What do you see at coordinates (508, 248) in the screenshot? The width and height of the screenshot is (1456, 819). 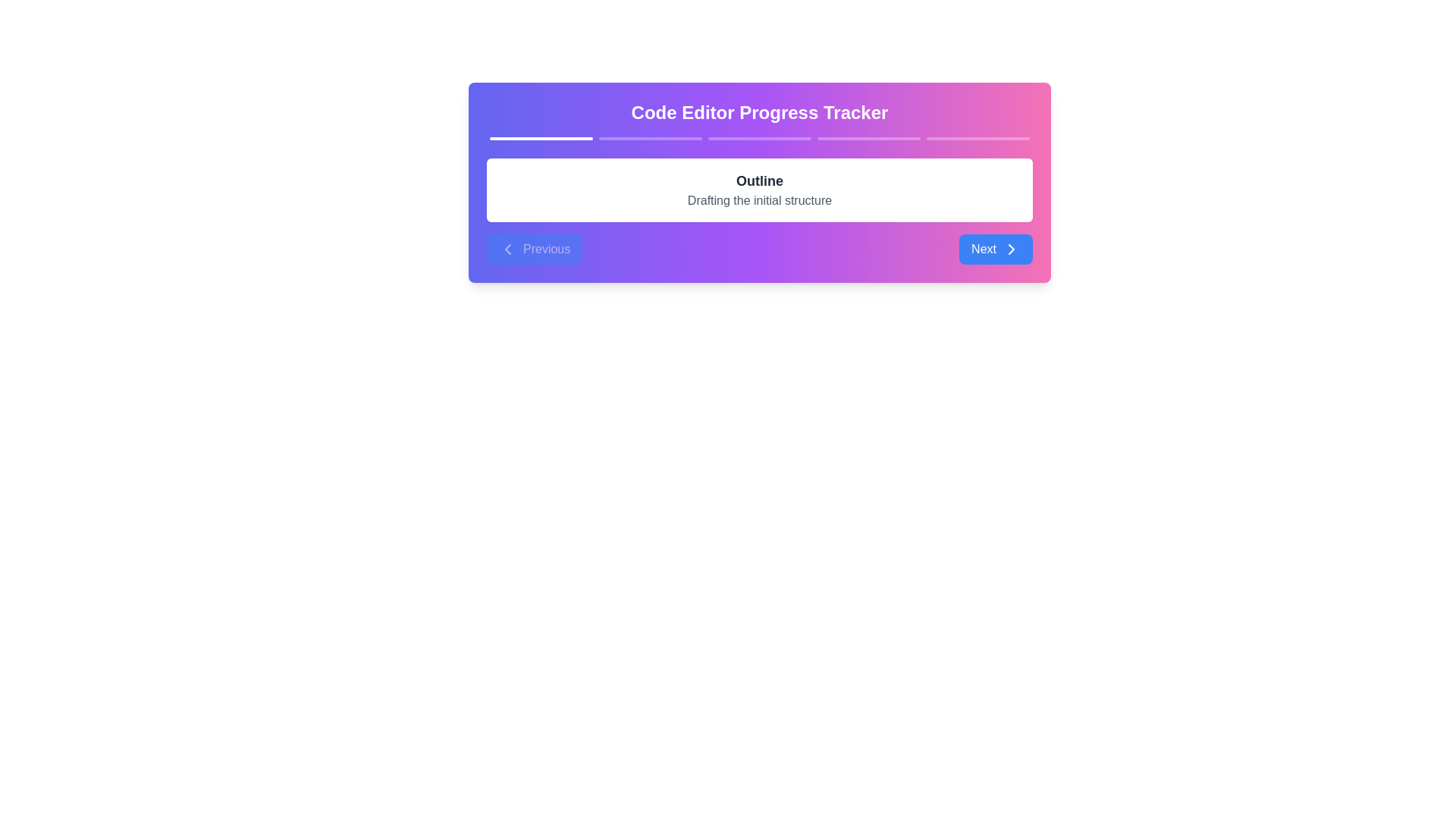 I see `the 'Previous' button by clicking on the icon located to the left of the label text, which serves as a visual aid for navigation to the previous step` at bounding box center [508, 248].